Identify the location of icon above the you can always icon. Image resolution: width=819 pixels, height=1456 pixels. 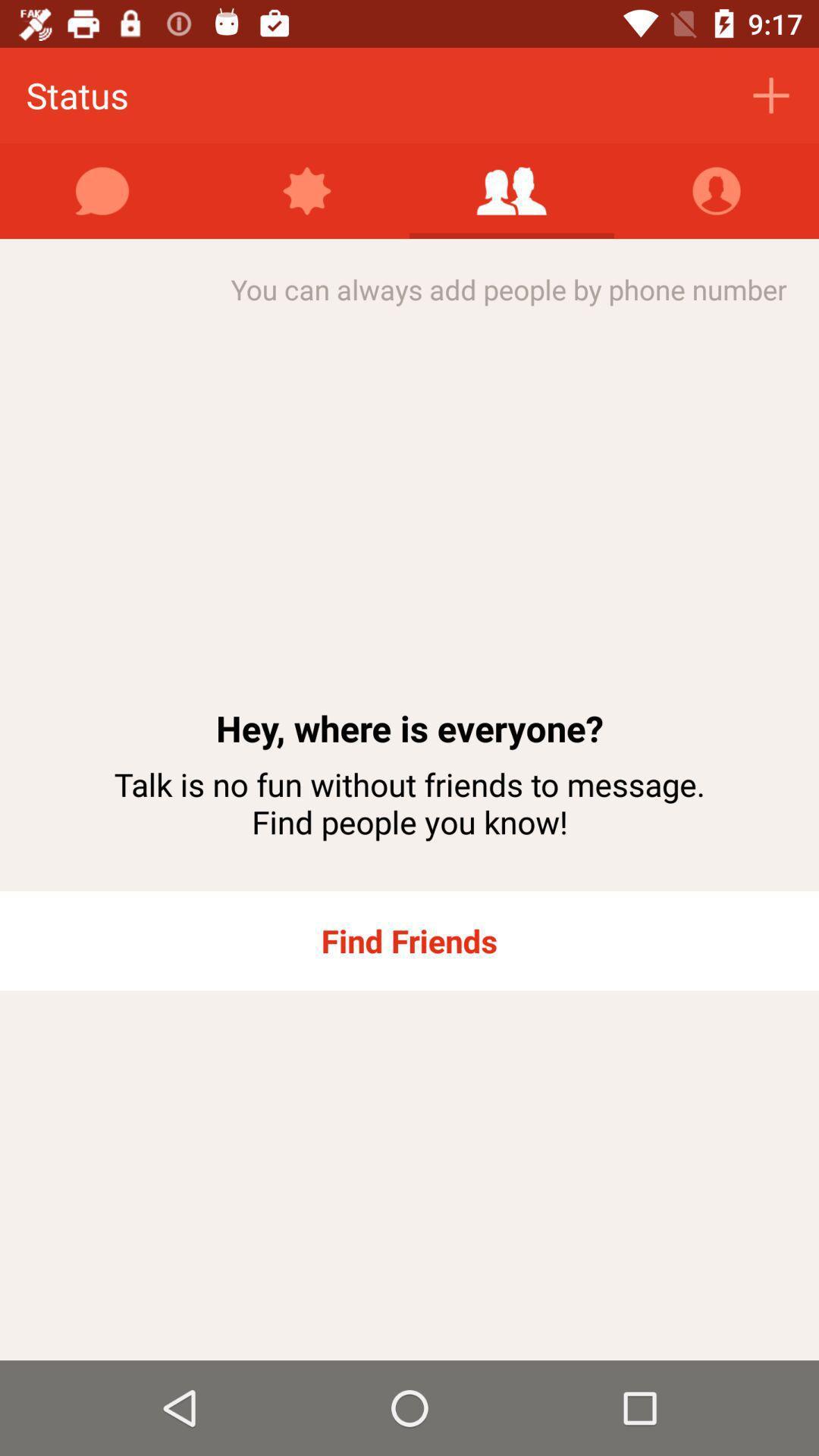
(512, 190).